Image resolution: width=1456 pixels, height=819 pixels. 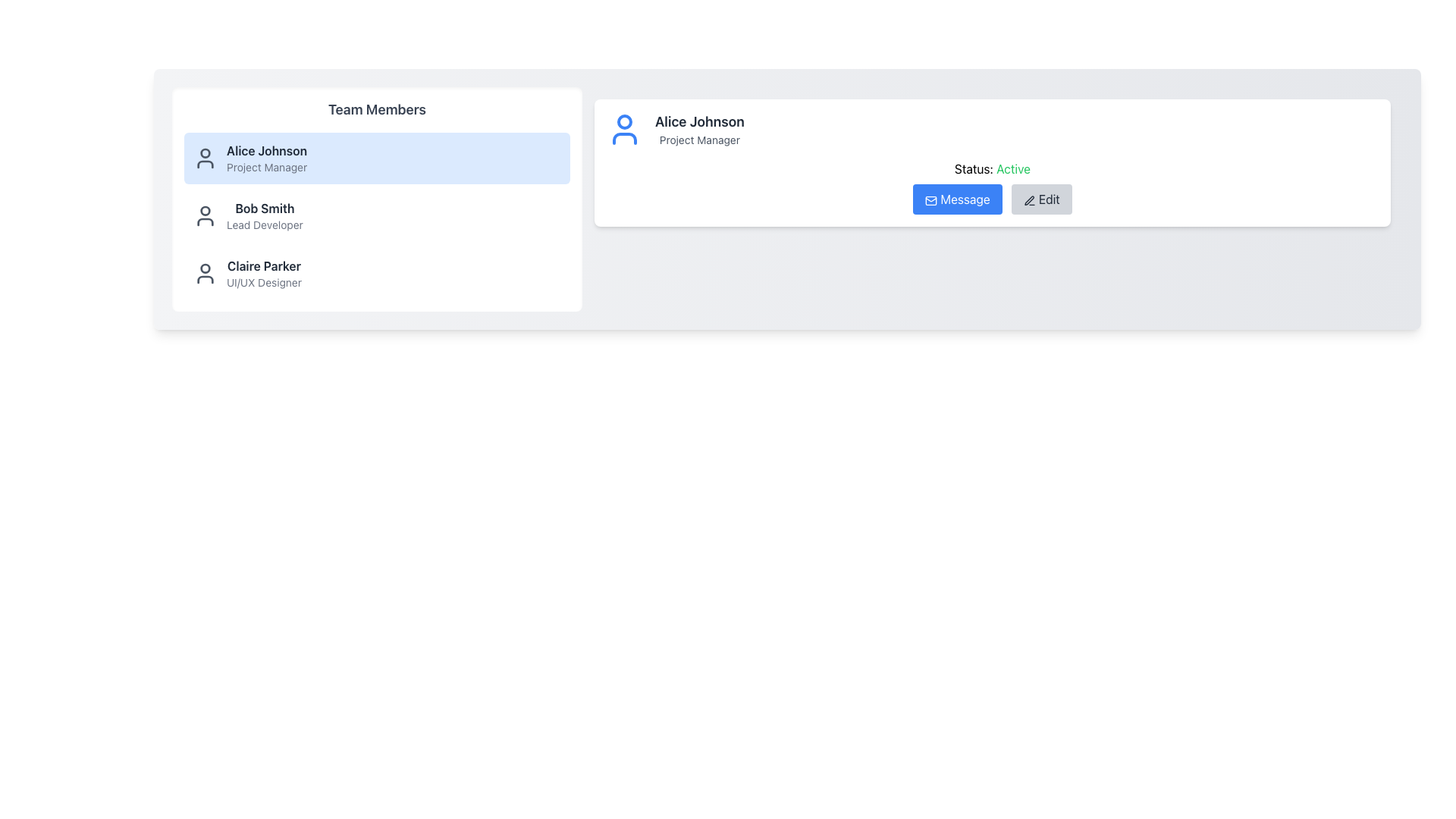 What do you see at coordinates (265, 225) in the screenshot?
I see `the Text label that describes the role or position of the individual named 'Bob Smith', which is located immediately below the bold and dark-colored name within the profile entry under the 'Team Members' heading` at bounding box center [265, 225].